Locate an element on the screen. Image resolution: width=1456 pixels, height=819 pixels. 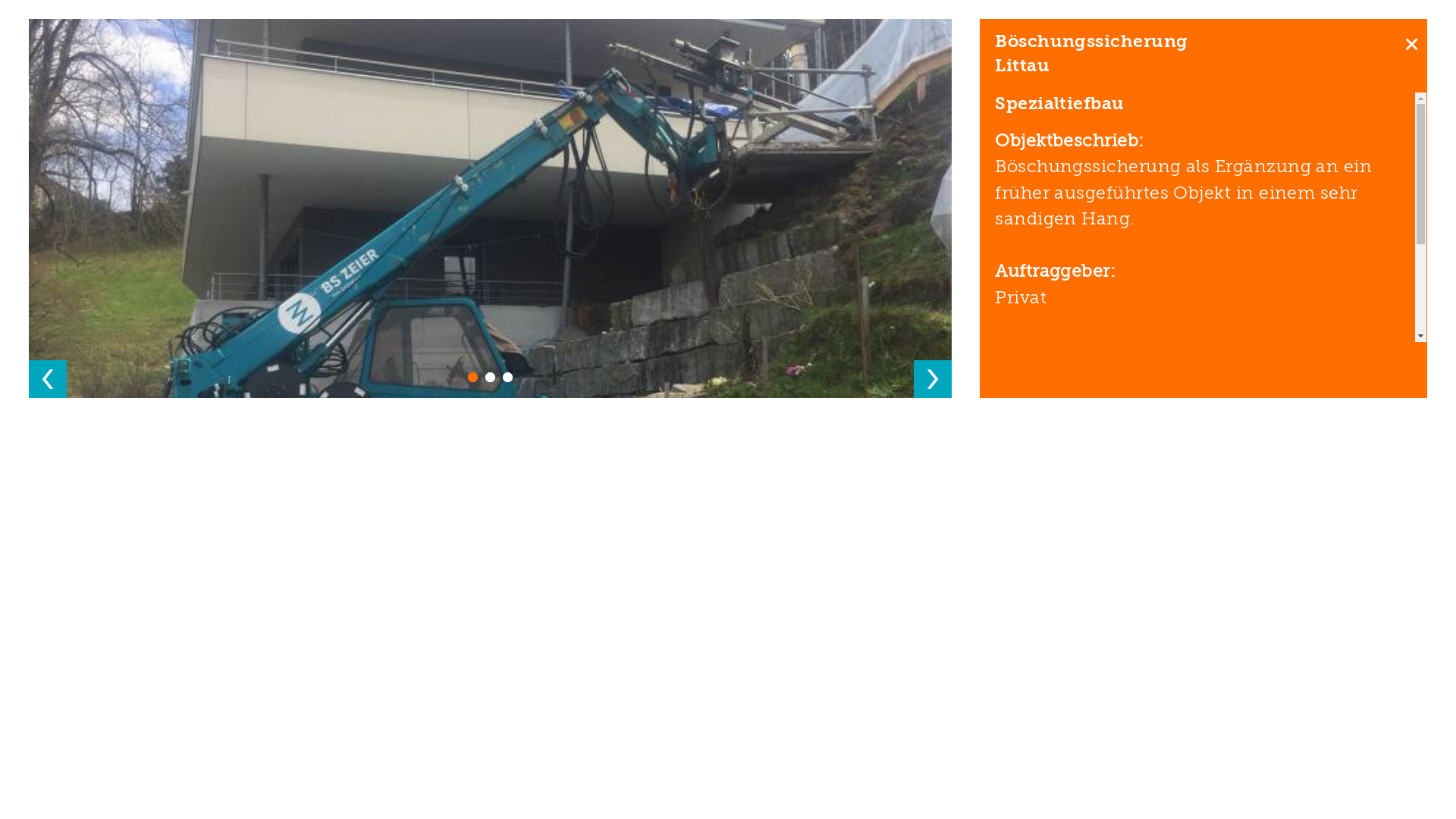
'2' is located at coordinates (490, 375).